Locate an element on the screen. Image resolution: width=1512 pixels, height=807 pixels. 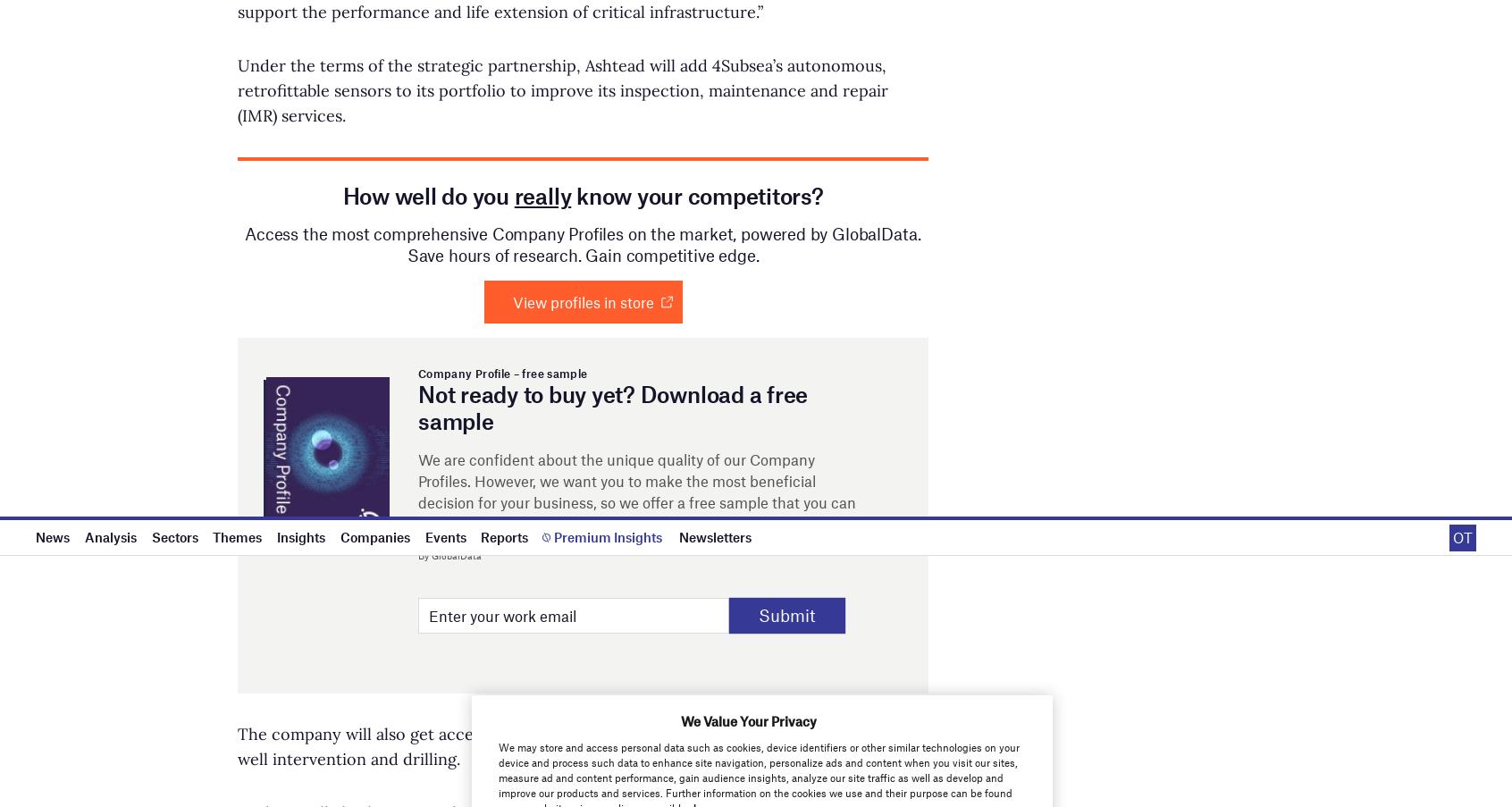
'Sitemap' is located at coordinates (1167, 67).